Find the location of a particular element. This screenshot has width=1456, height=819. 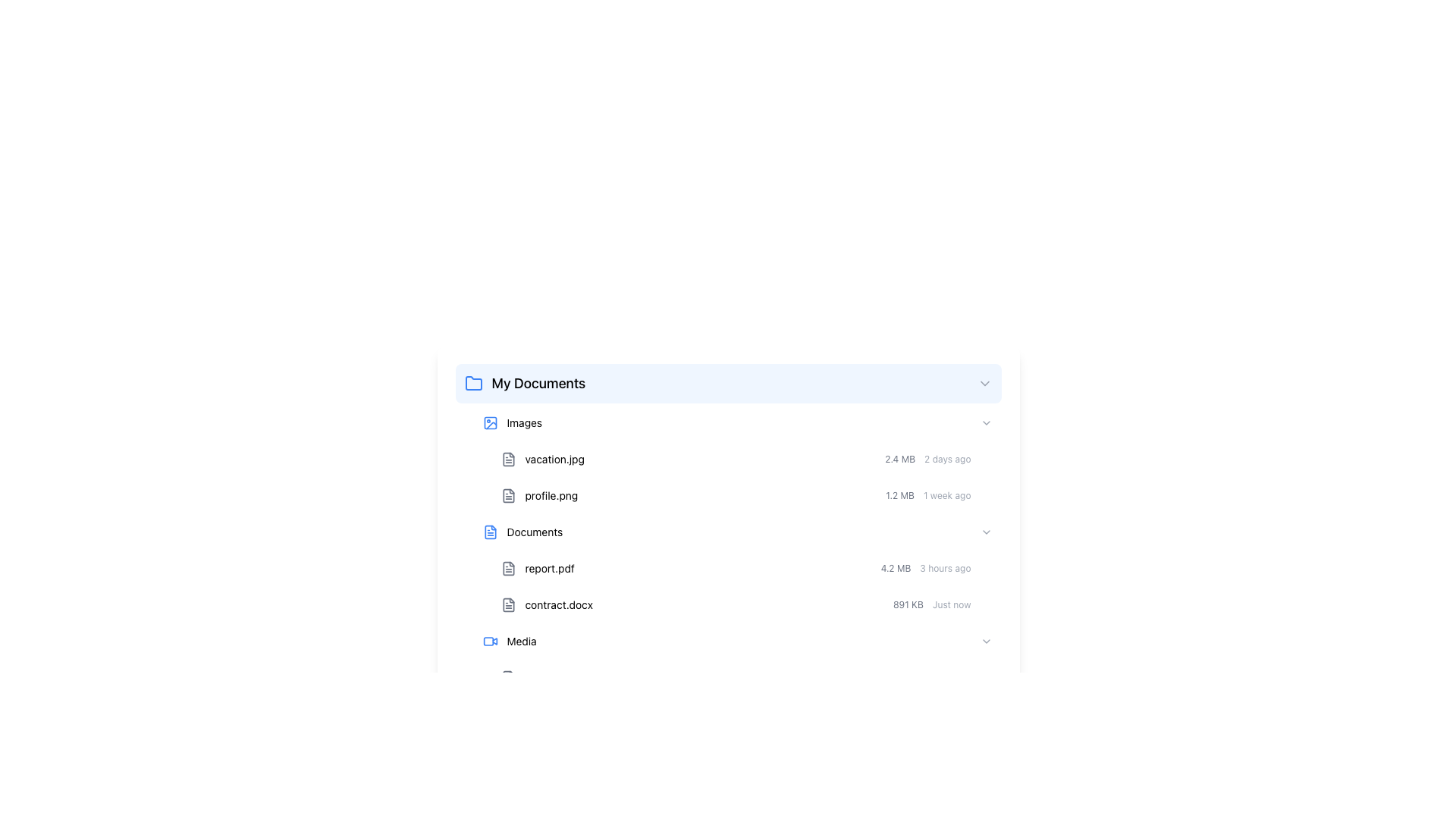

the file entry labeled 'vacation.jpg' with its associated icon from the first position in the 'Images' folder is located at coordinates (542, 458).